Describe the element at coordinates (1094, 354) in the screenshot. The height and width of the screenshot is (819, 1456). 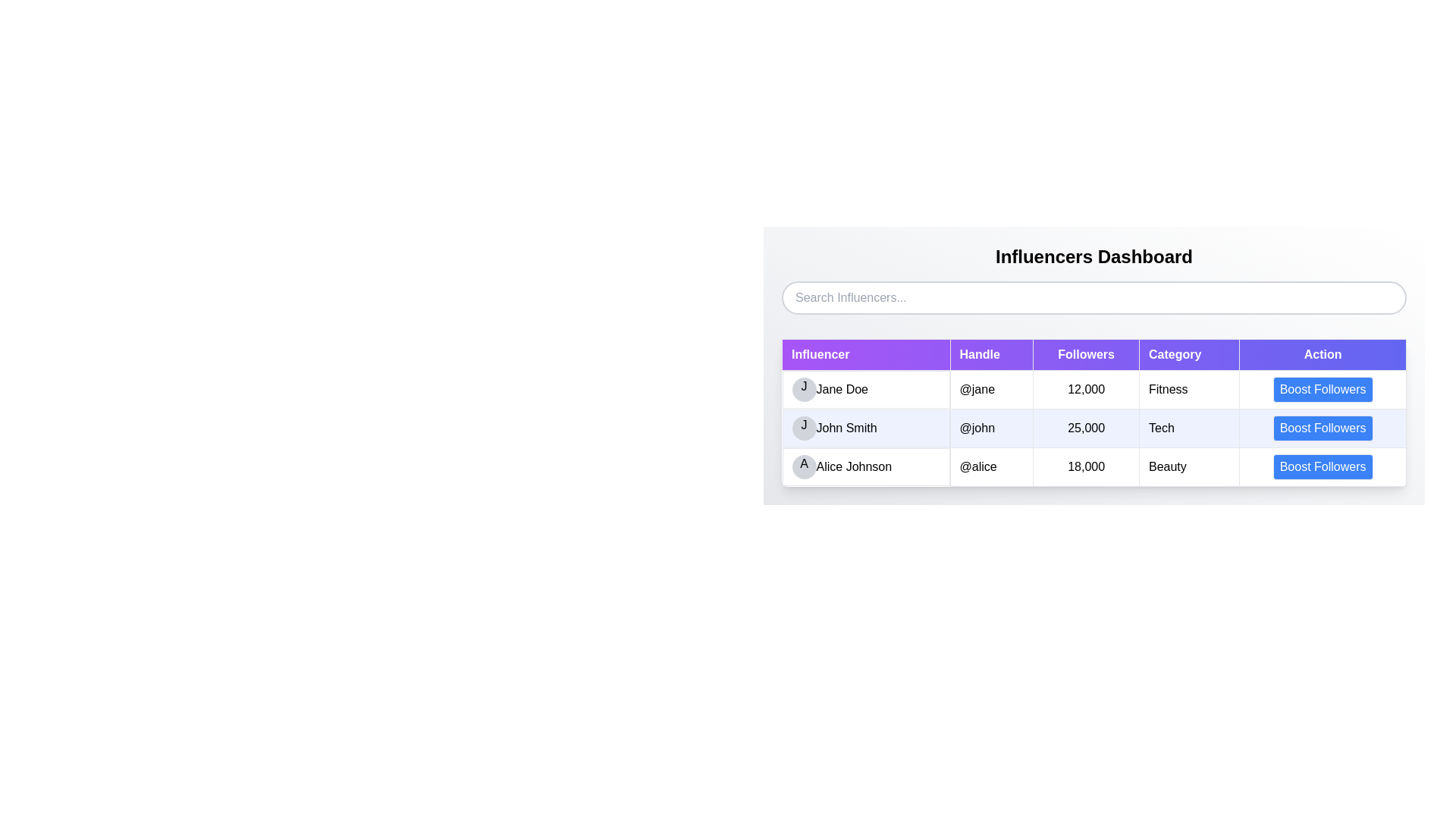
I see `column labels from the Table Header Row located at the top of the table, which includes 'Influencer', 'Handle', 'Followers', 'Category', and 'Action'` at that location.